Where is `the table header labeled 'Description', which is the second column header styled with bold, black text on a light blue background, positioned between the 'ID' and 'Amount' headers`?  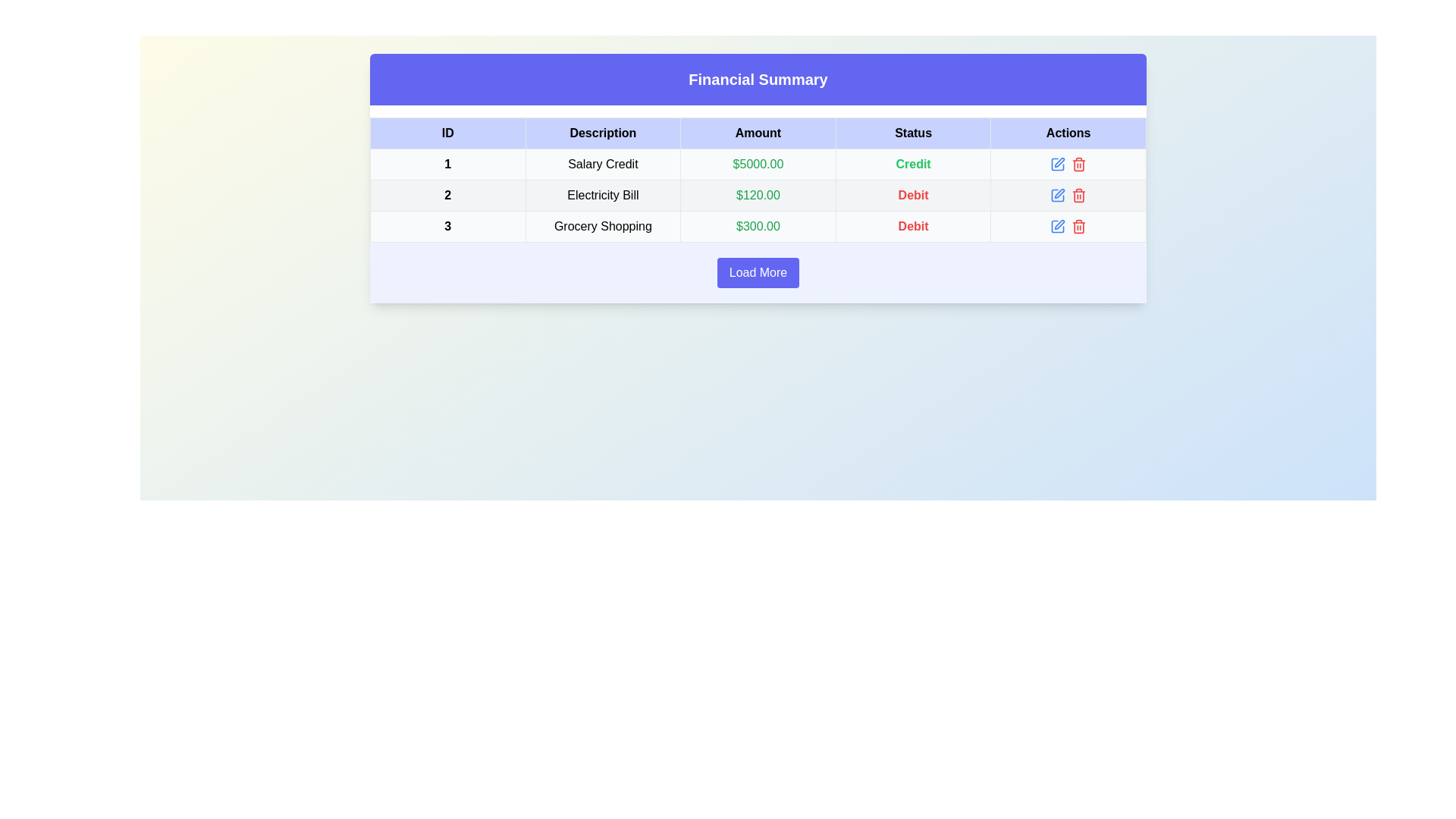
the table header labeled 'Description', which is the second column header styled with bold, black text on a light blue background, positioned between the 'ID' and 'Amount' headers is located at coordinates (602, 133).